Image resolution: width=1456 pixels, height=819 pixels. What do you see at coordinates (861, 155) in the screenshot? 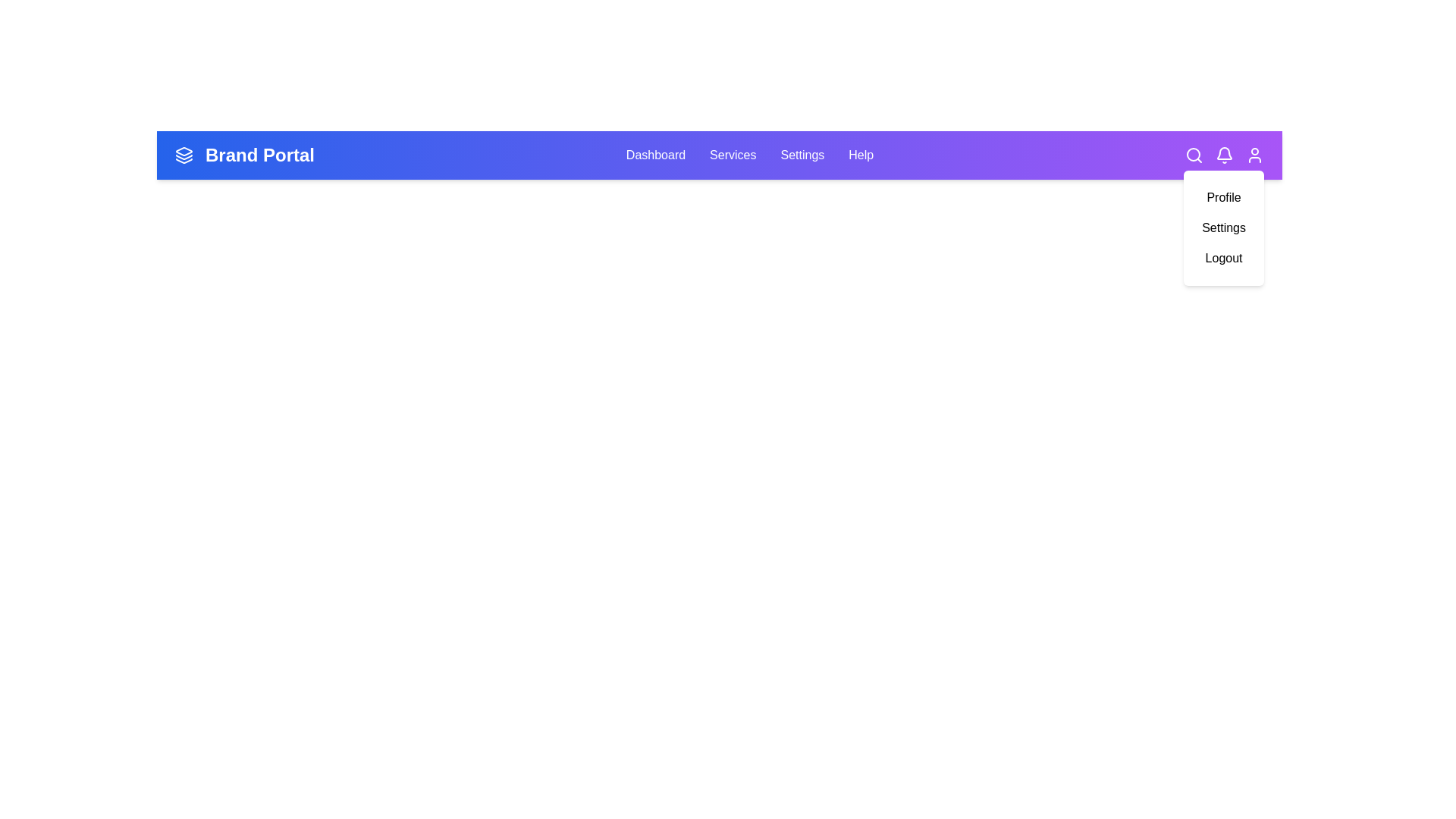
I see `the fourth hyperlink in the top-right of the gradient navigation bar` at bounding box center [861, 155].